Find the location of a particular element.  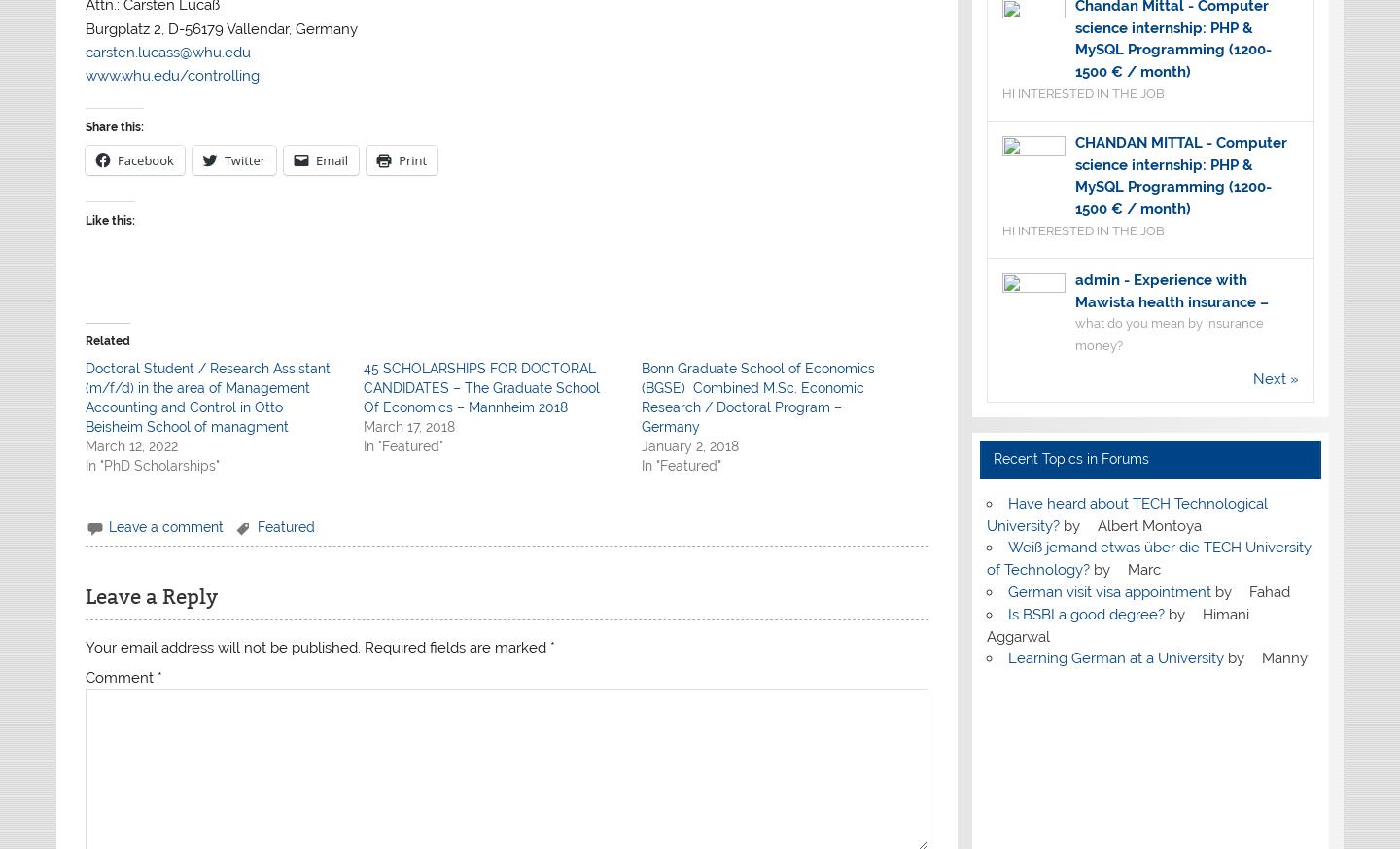

'Leave a comment' is located at coordinates (164, 524).